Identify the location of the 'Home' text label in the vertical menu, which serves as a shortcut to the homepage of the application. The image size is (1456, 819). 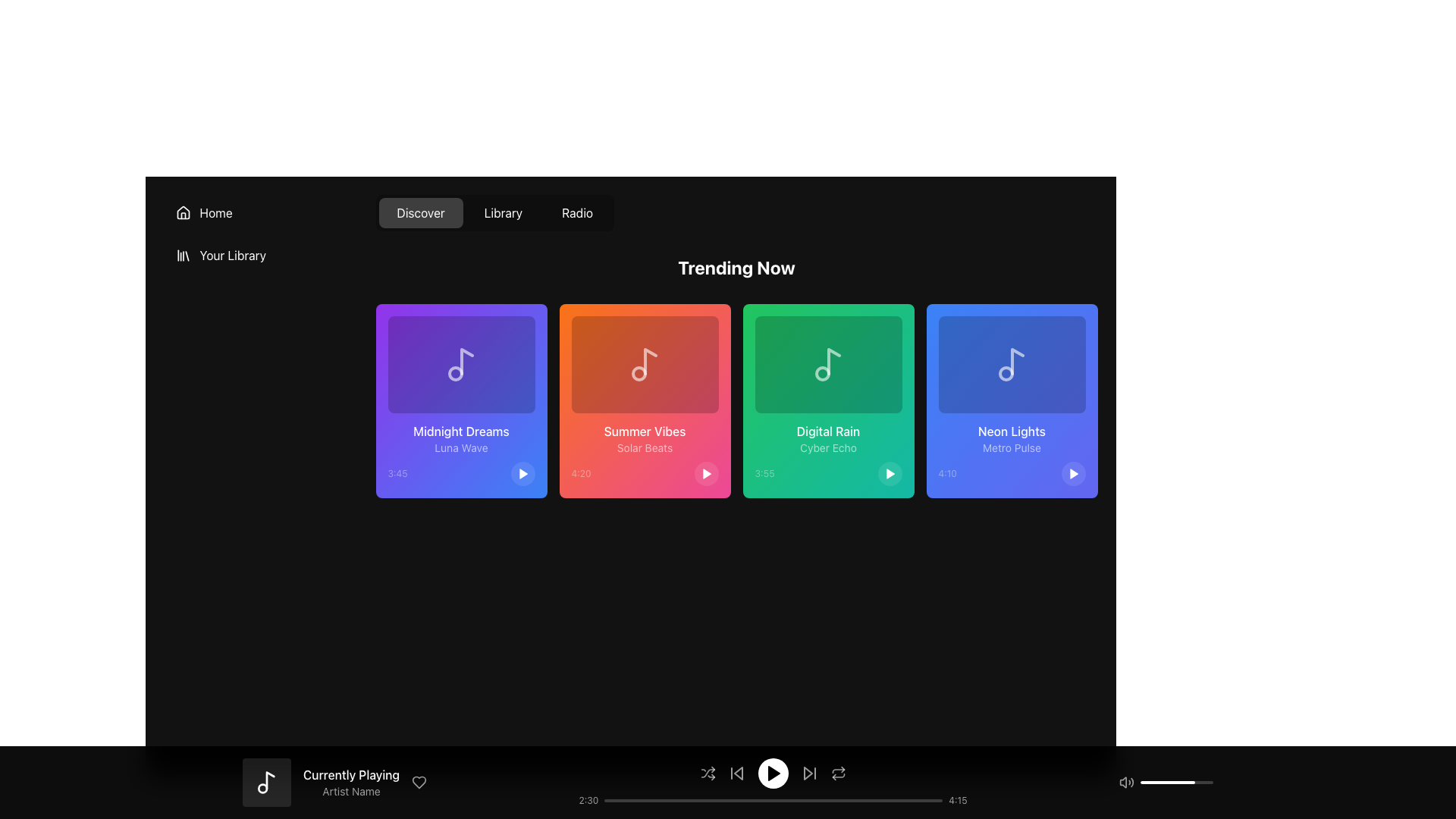
(215, 213).